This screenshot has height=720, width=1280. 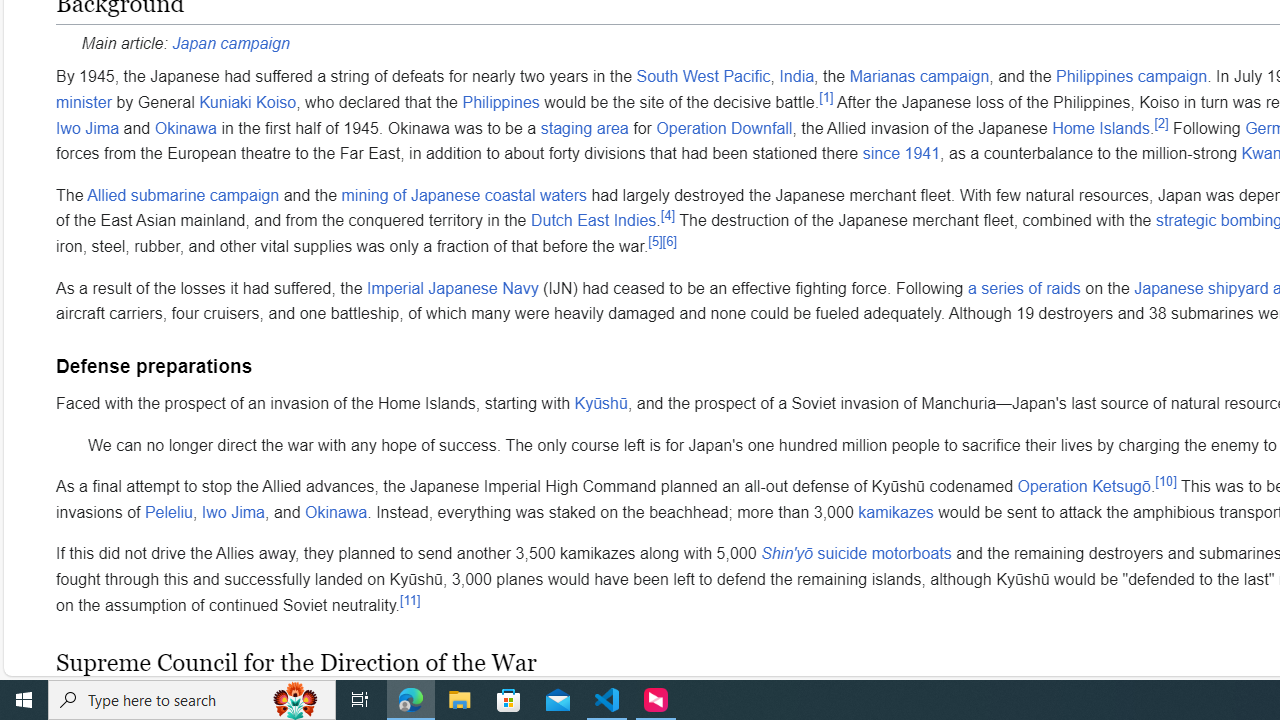 I want to click on 'Japan campaign', so click(x=231, y=42).